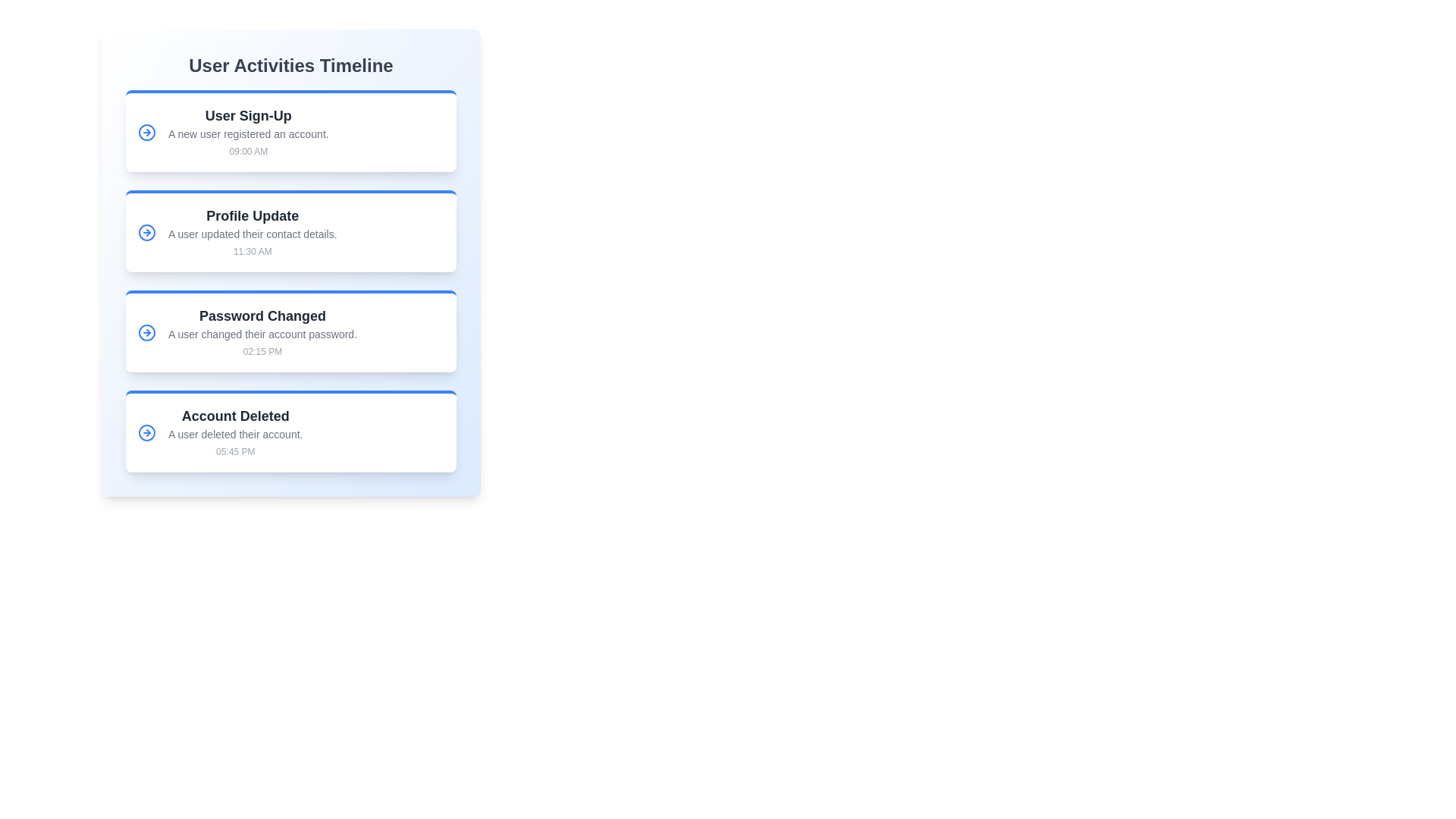 The height and width of the screenshot is (819, 1456). I want to click on the bold text label indicating 'Account Deleted' at the top of the user activity log entry, so click(234, 416).